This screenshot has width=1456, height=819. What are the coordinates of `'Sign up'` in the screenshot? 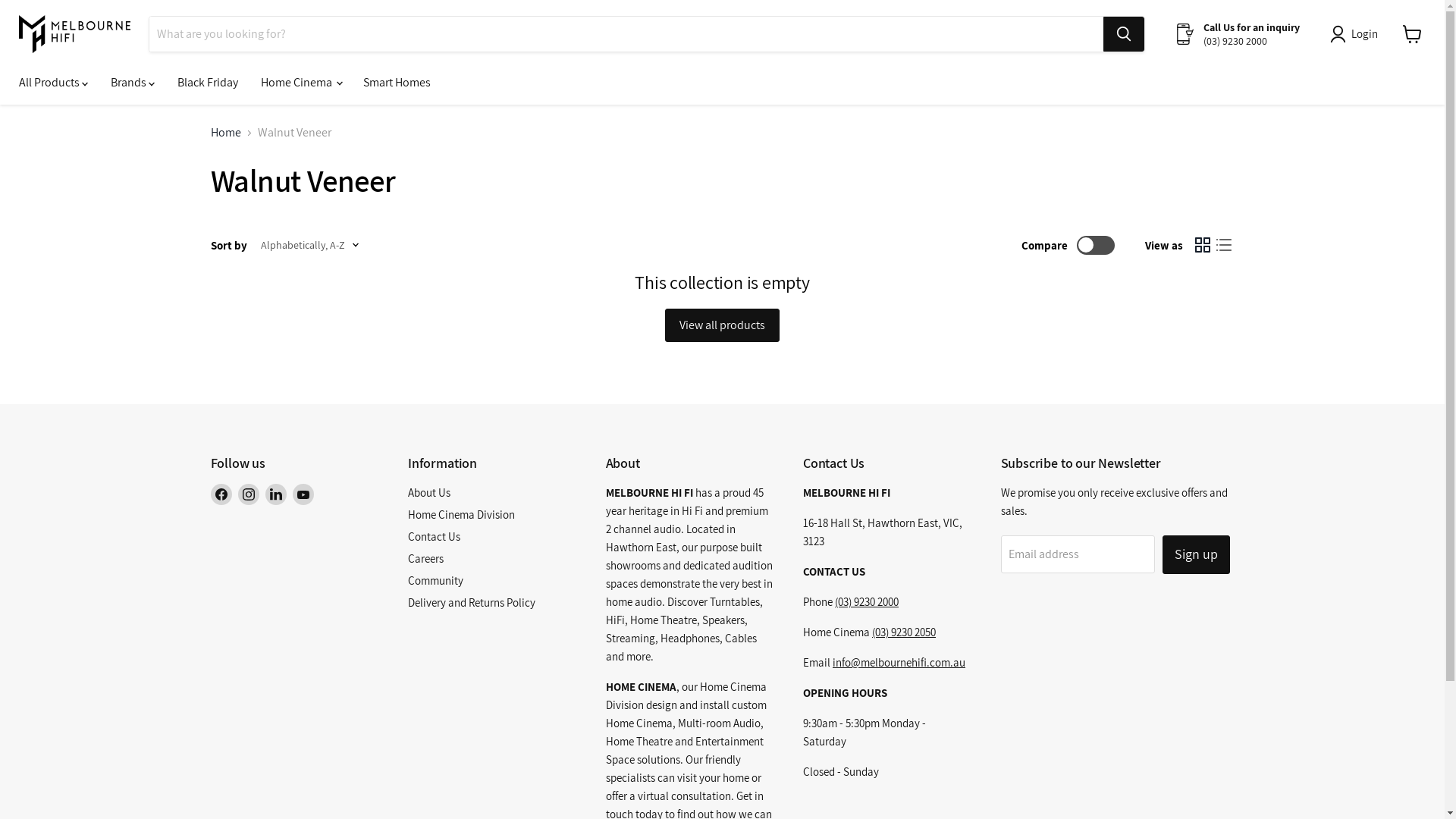 It's located at (1161, 554).